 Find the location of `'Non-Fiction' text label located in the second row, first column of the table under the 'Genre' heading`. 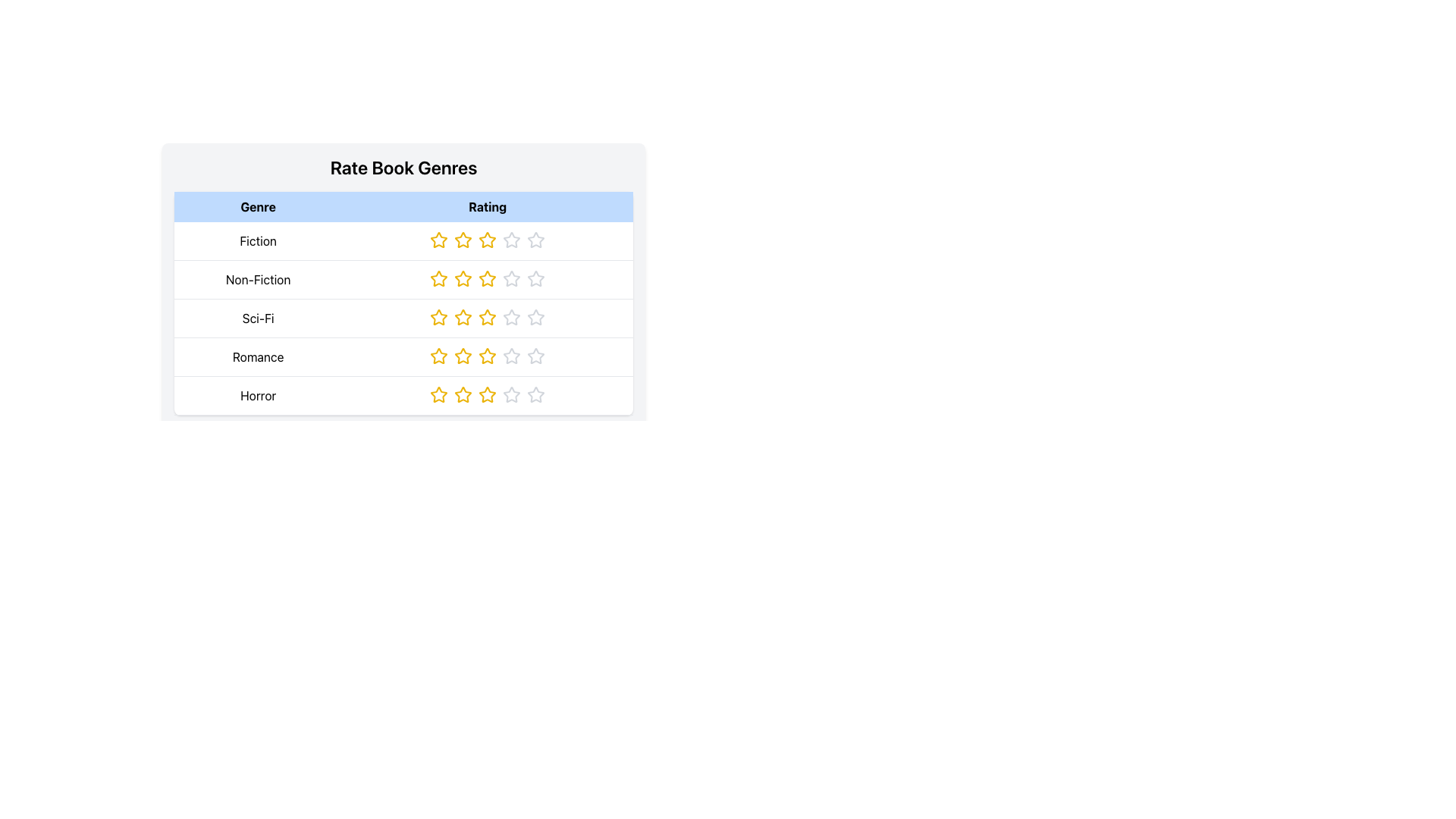

'Non-Fiction' text label located in the second row, first column of the table under the 'Genre' heading is located at coordinates (258, 280).